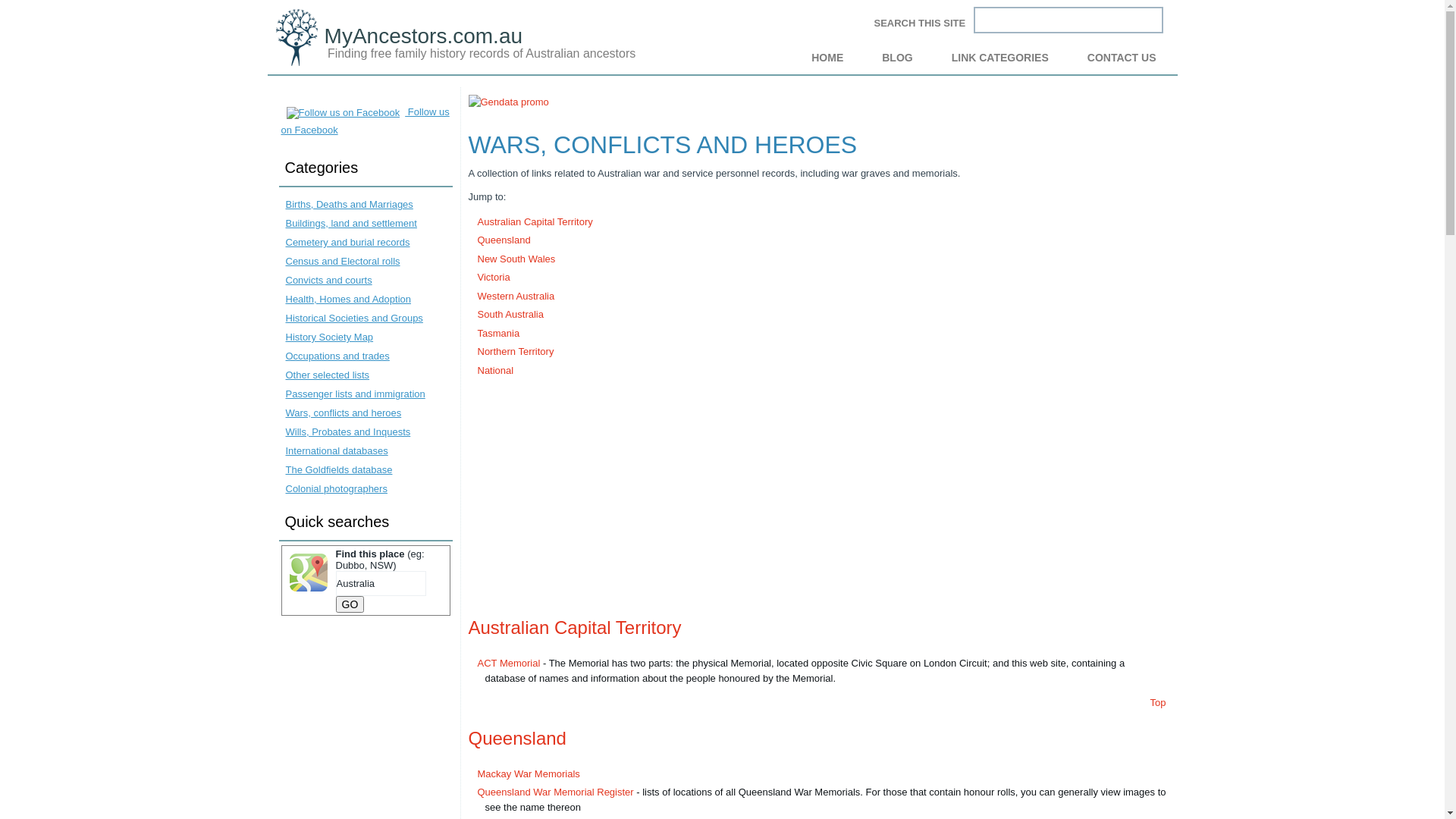 The width and height of the screenshot is (1456, 819). I want to click on 'Wills, Probates and Inquests', so click(347, 431).